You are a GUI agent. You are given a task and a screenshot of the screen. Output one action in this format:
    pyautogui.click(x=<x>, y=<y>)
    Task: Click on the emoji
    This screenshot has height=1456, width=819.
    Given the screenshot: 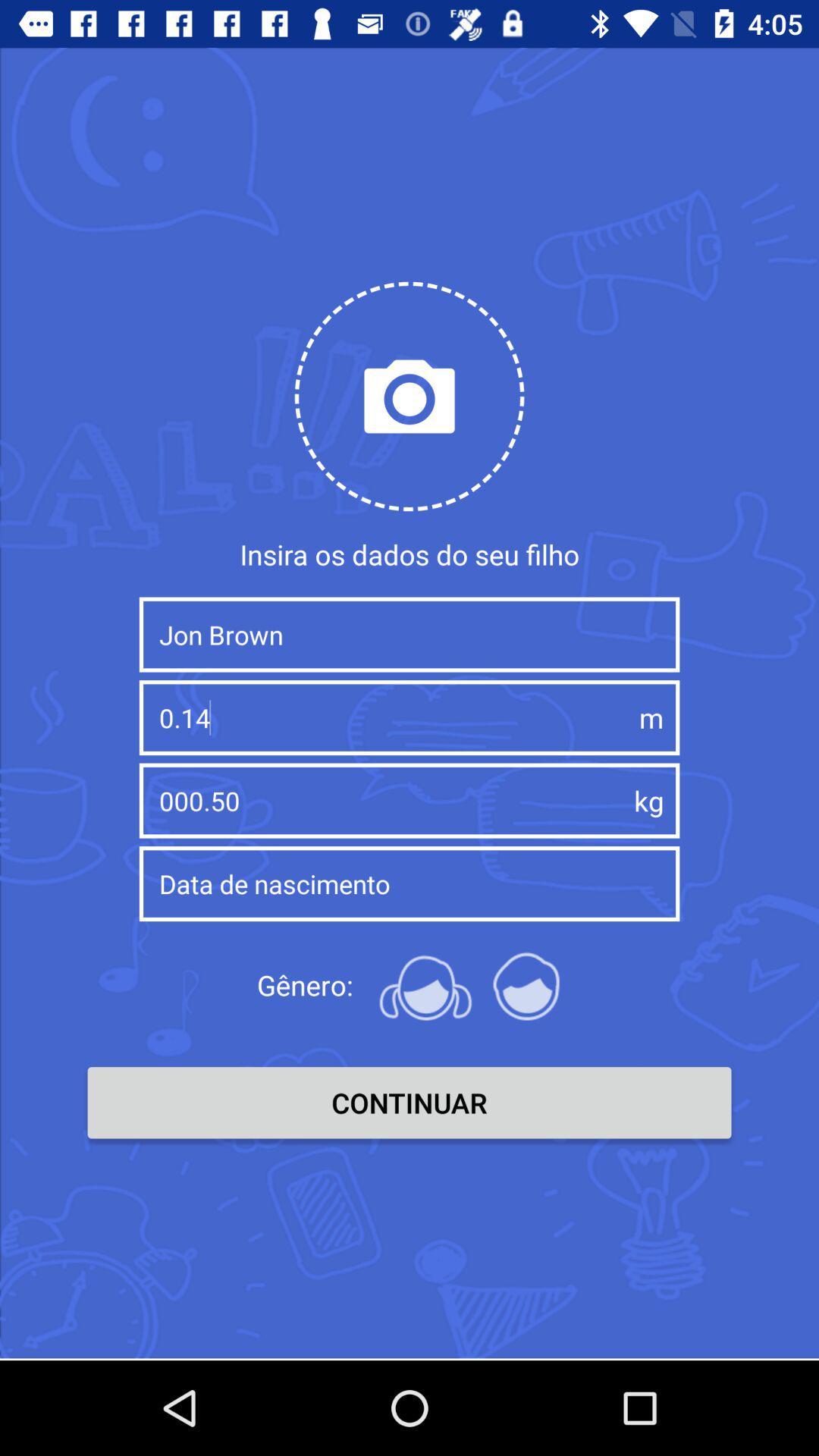 What is the action you would take?
    pyautogui.click(x=425, y=985)
    